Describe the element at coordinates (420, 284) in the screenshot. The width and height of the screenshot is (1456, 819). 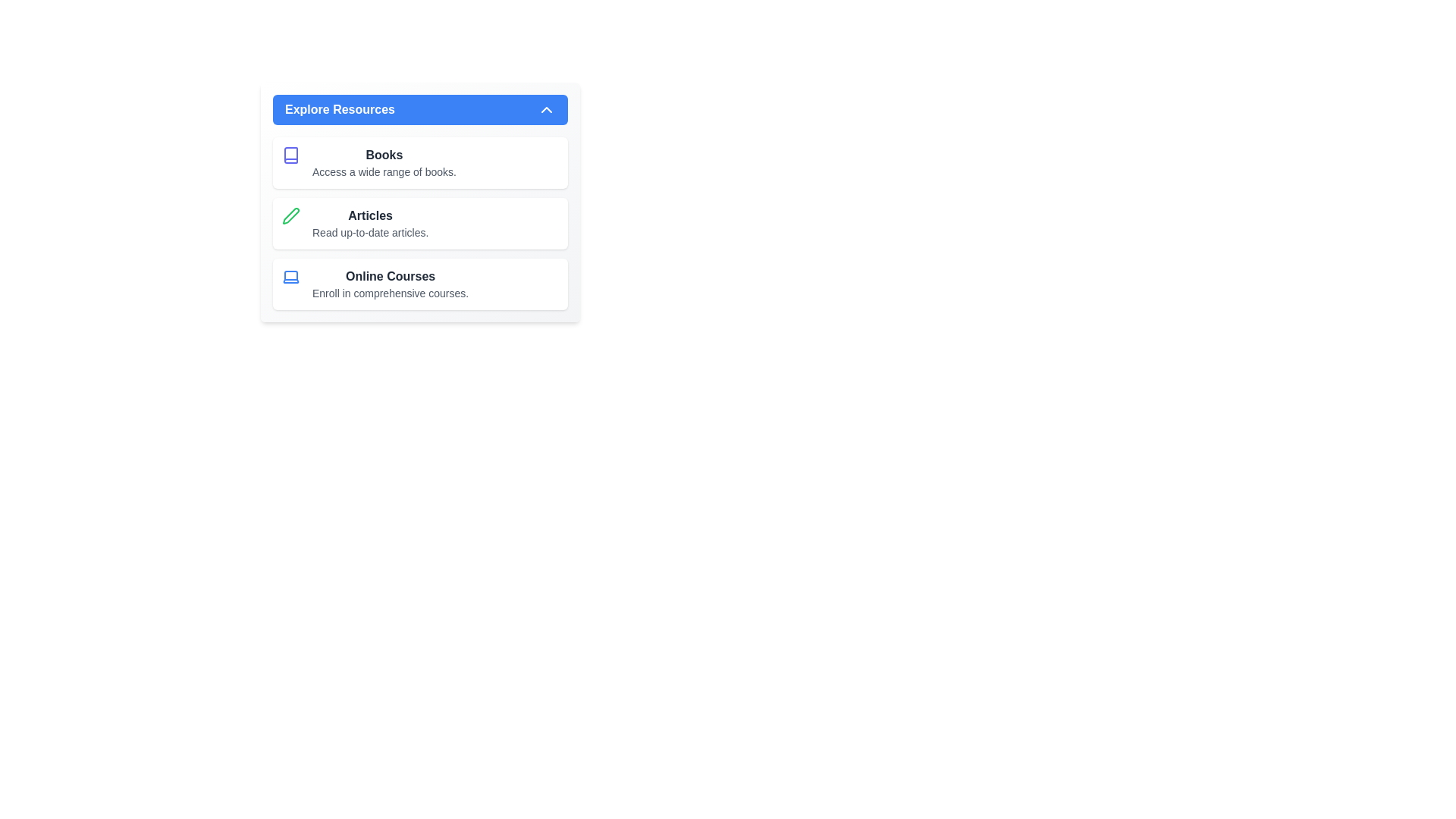
I see `the third card in the vertical list under the 'Explore Resources' header` at that location.